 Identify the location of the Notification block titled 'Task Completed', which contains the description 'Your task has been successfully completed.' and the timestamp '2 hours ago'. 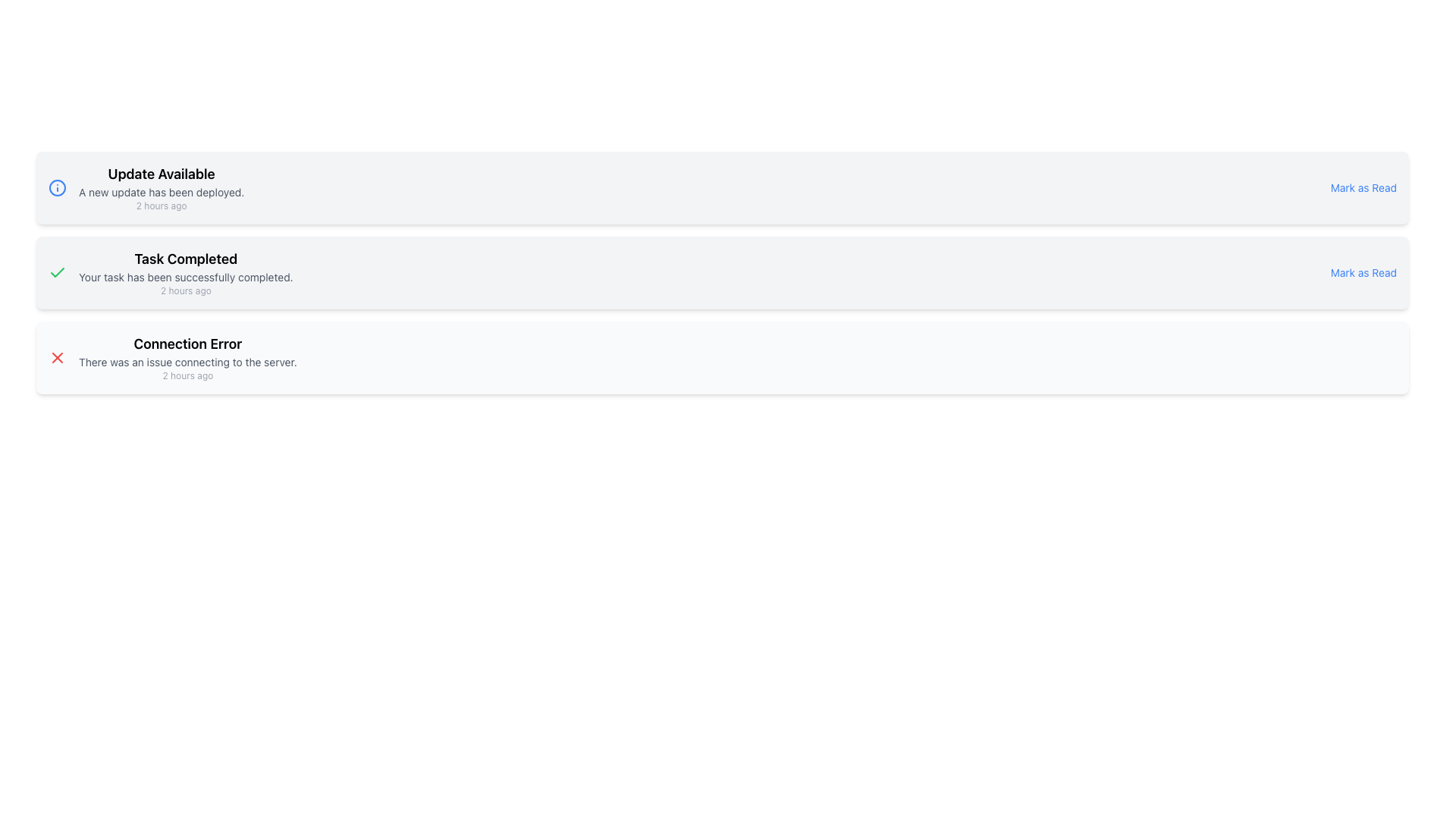
(185, 271).